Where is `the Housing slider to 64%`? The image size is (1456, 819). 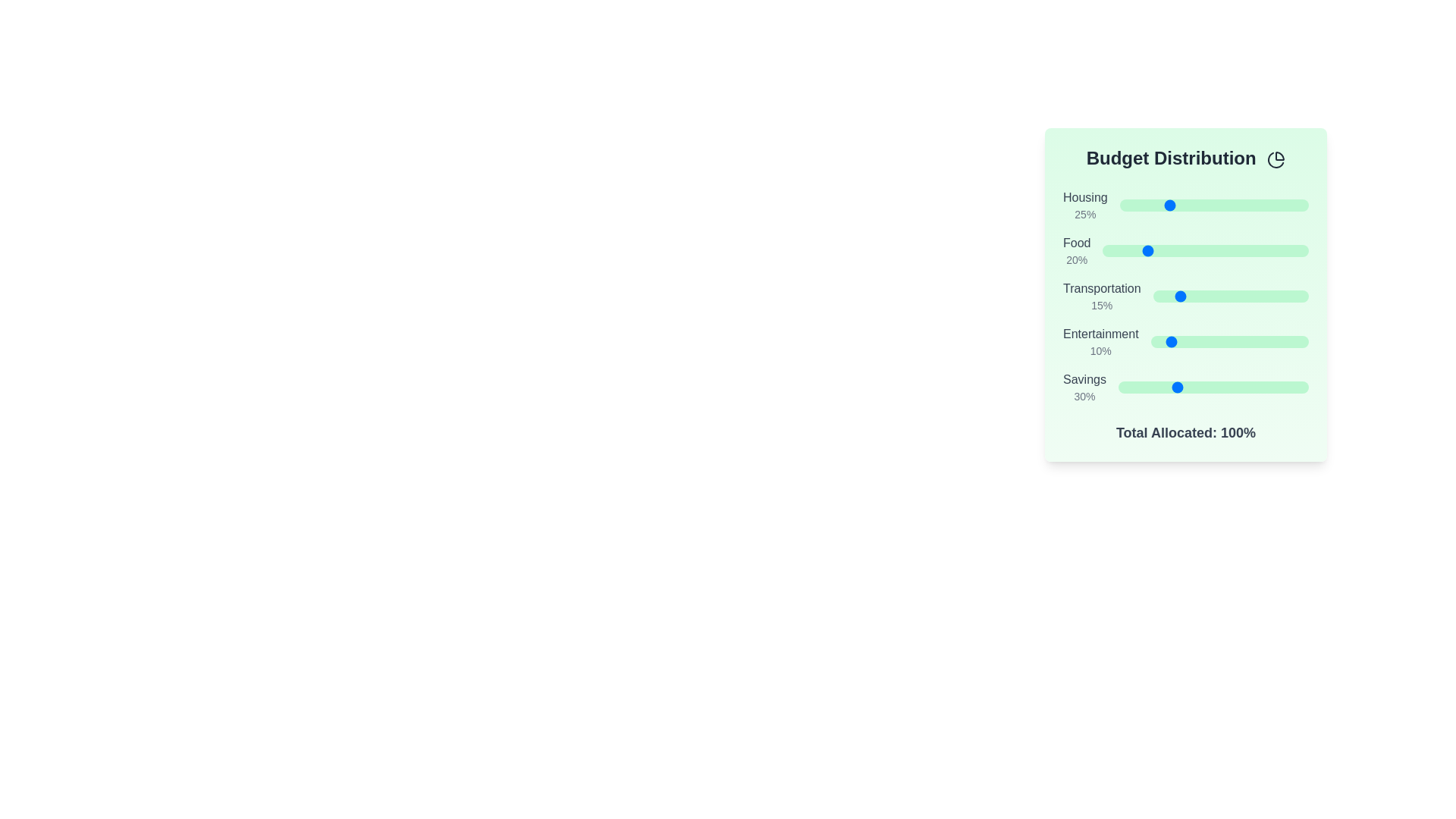 the Housing slider to 64% is located at coordinates (1241, 205).